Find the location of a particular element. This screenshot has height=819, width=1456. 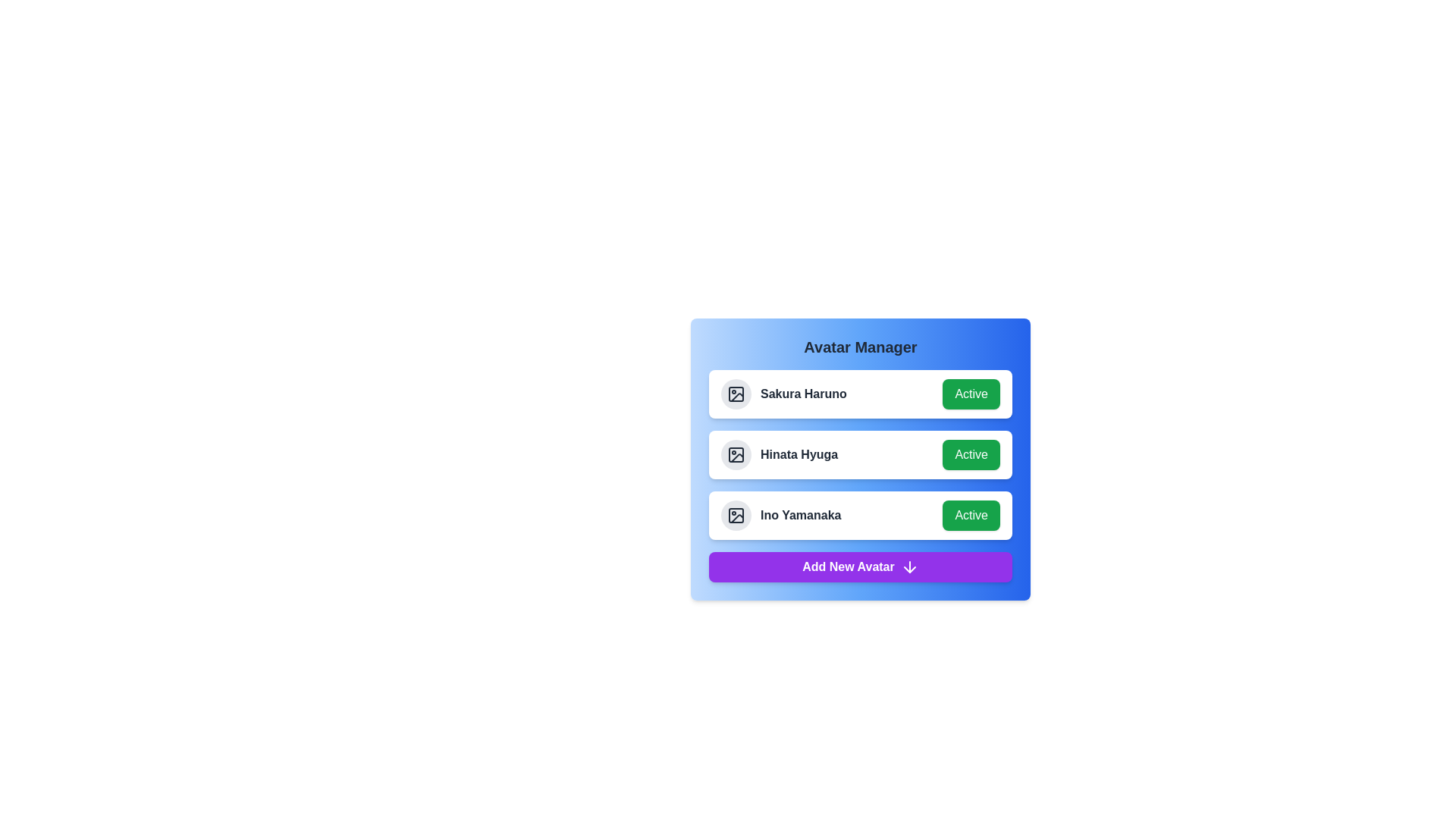

the button located at the bottom of the 'Avatar Manager' panel is located at coordinates (860, 567).